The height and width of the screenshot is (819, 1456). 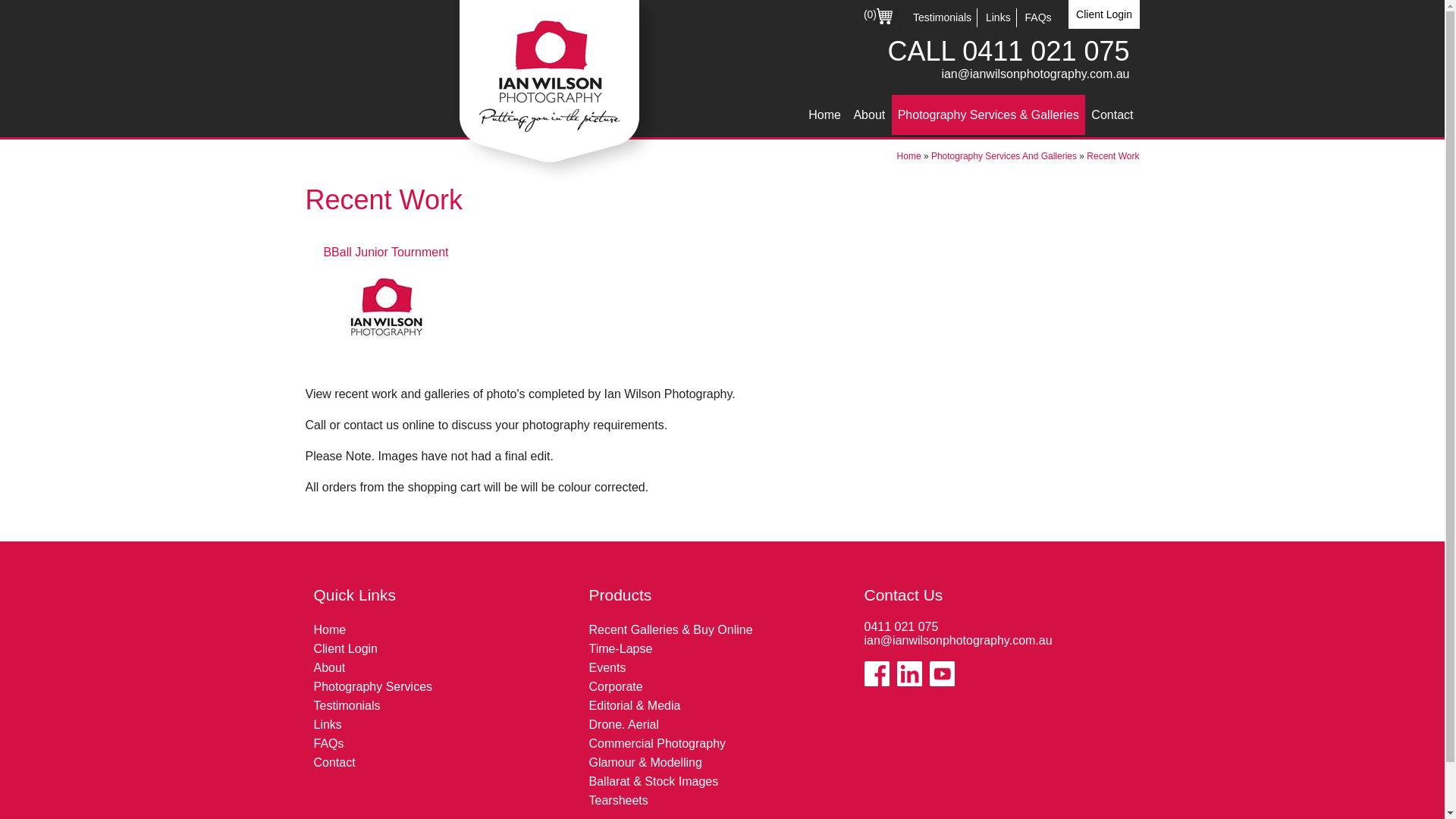 What do you see at coordinates (657, 742) in the screenshot?
I see `'Commercial Photography'` at bounding box center [657, 742].